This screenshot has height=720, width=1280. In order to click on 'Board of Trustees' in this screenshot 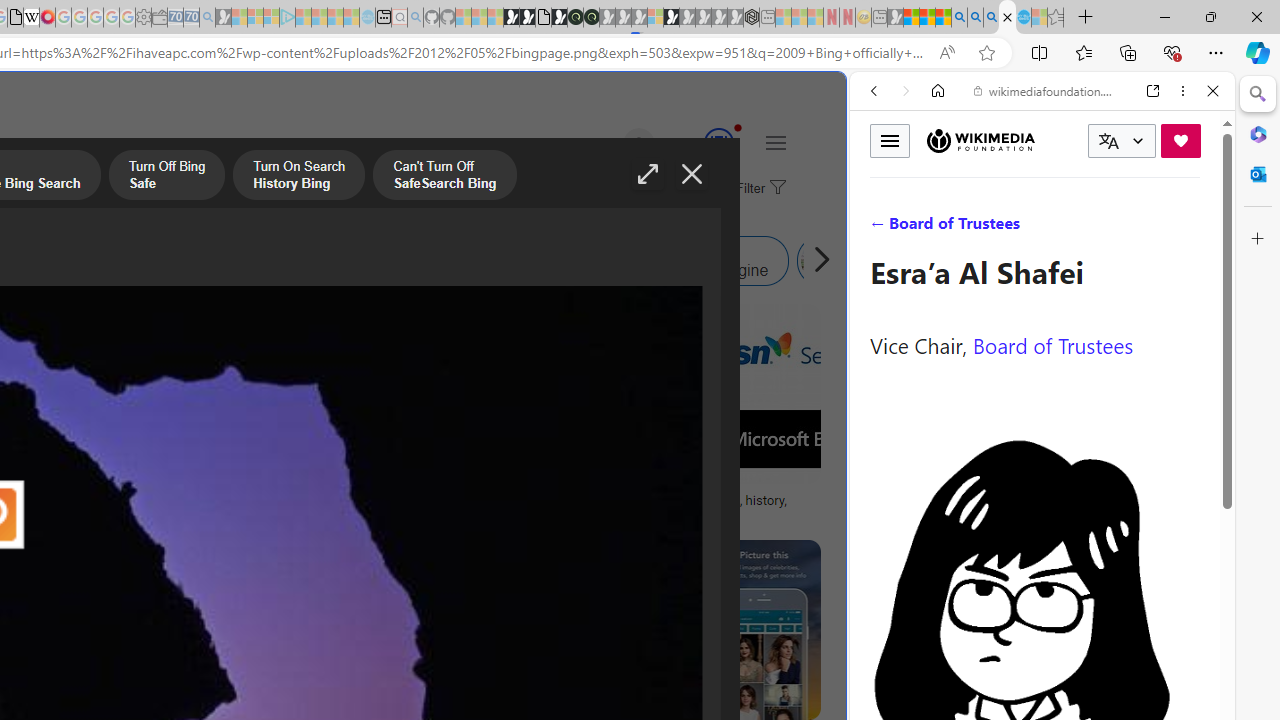, I will do `click(1052, 343)`.